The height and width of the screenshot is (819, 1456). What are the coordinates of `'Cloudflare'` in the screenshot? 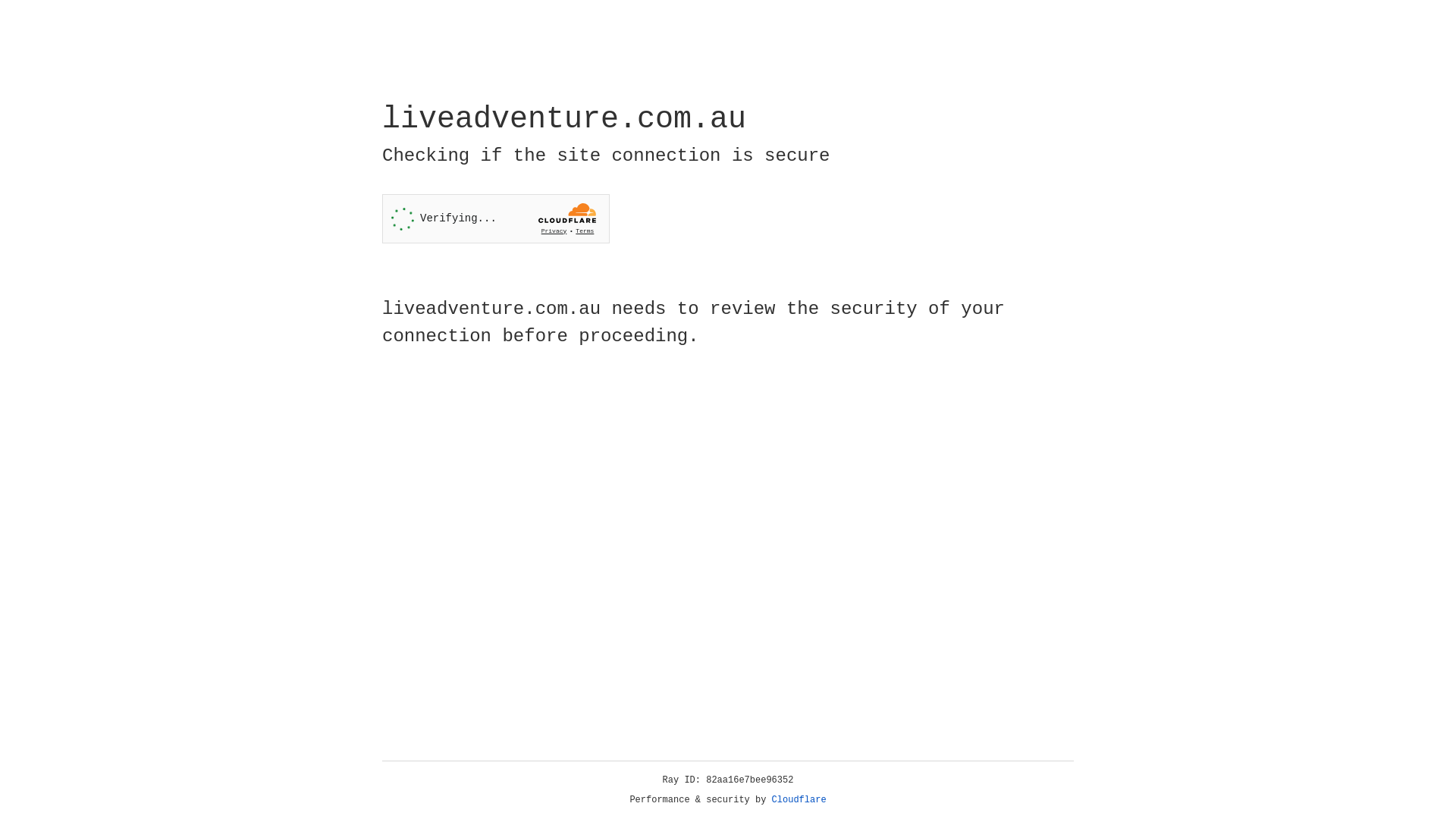 It's located at (799, 799).